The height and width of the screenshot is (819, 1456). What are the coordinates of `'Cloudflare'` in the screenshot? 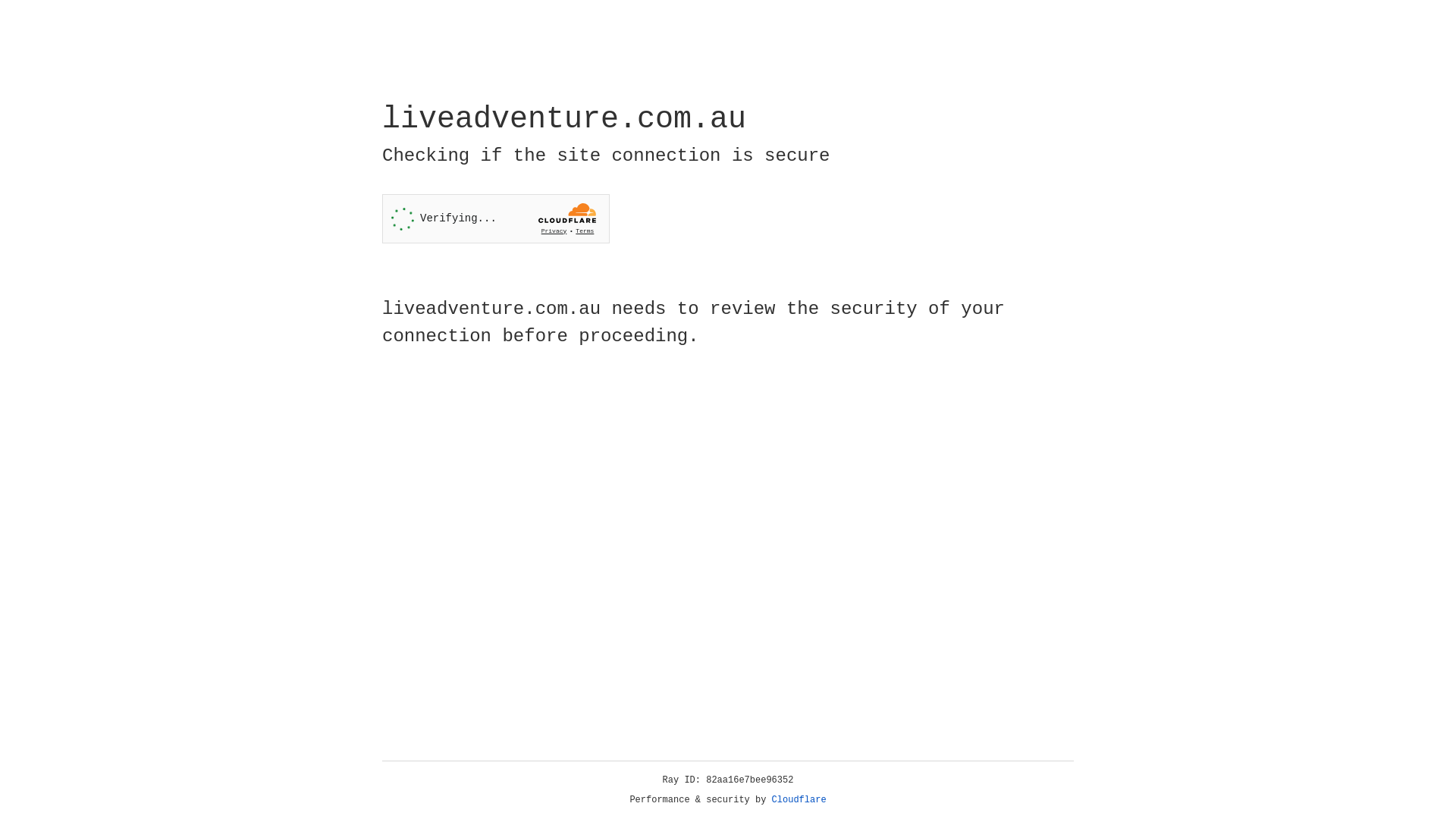 It's located at (799, 799).